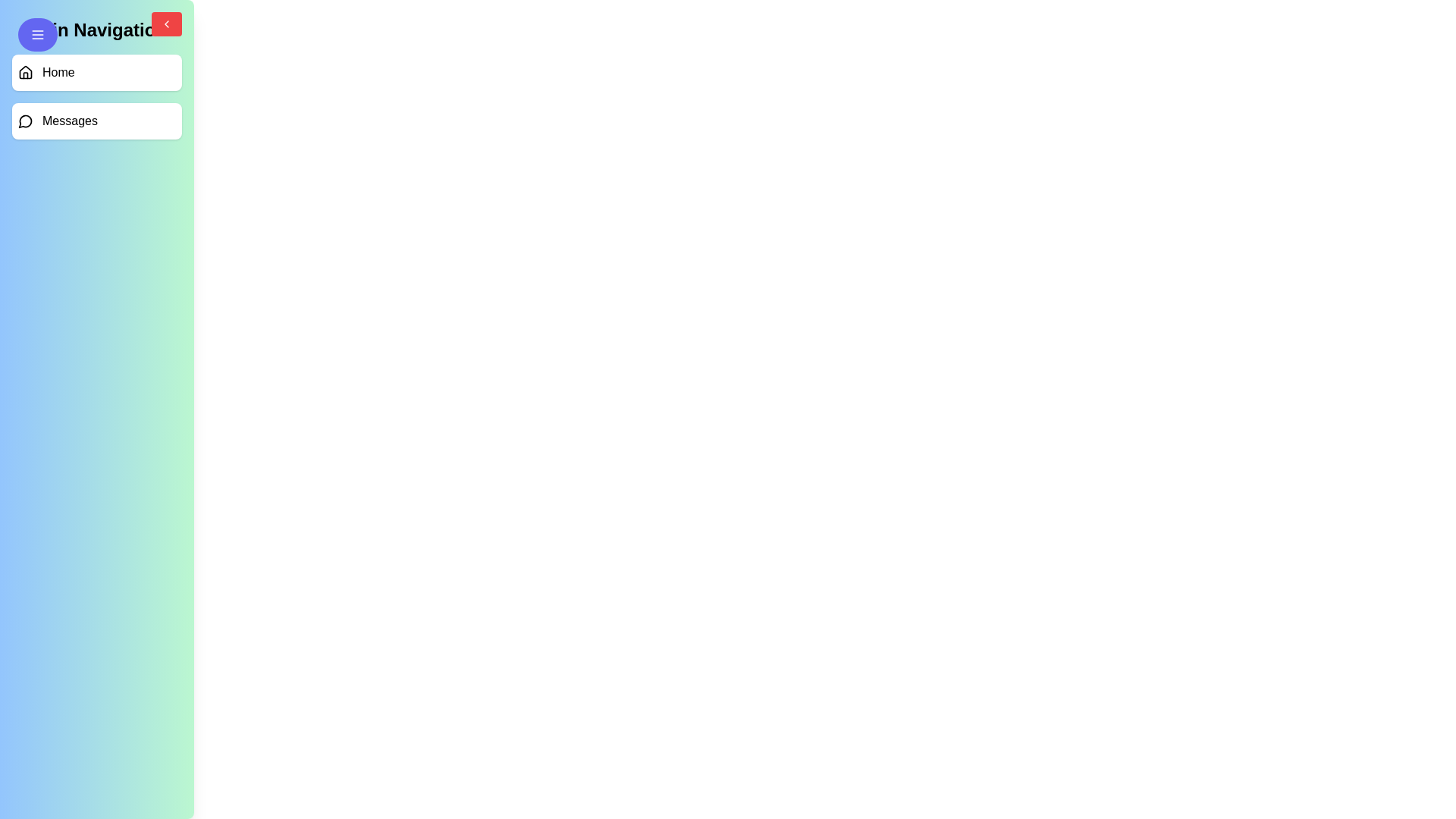 The height and width of the screenshot is (819, 1456). Describe the element at coordinates (167, 24) in the screenshot. I see `the small, rounded rectangle button located at the top-right corner of the sidebar with a red background and a white left-pointing arrow icon` at that location.